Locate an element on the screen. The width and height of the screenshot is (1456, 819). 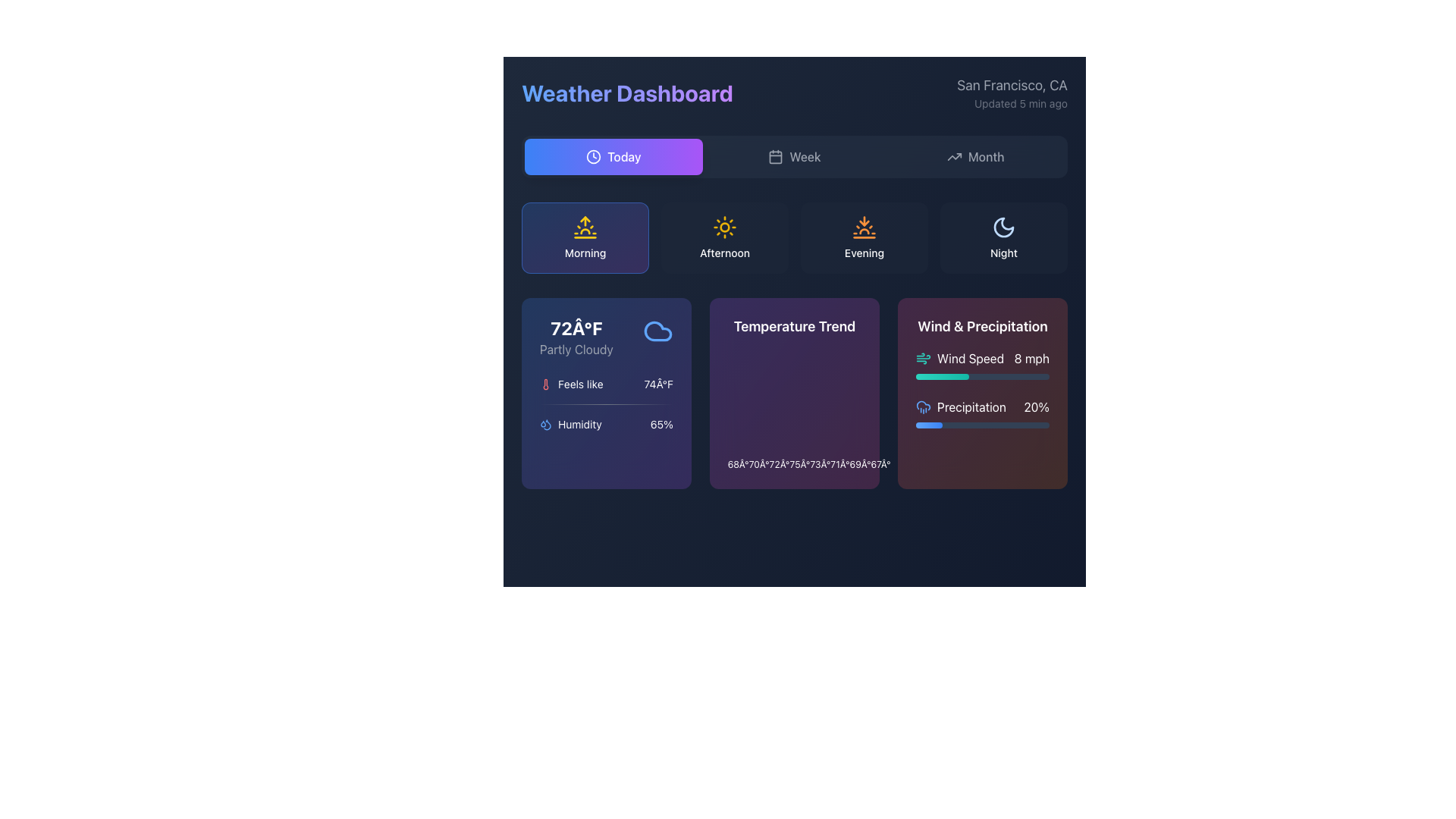
the progress represented by the Progress bar indicator for 'Precipitation', which shows 20% completion within the horizontal progress bar in the 'Wind & Precipitation' section is located at coordinates (928, 425).